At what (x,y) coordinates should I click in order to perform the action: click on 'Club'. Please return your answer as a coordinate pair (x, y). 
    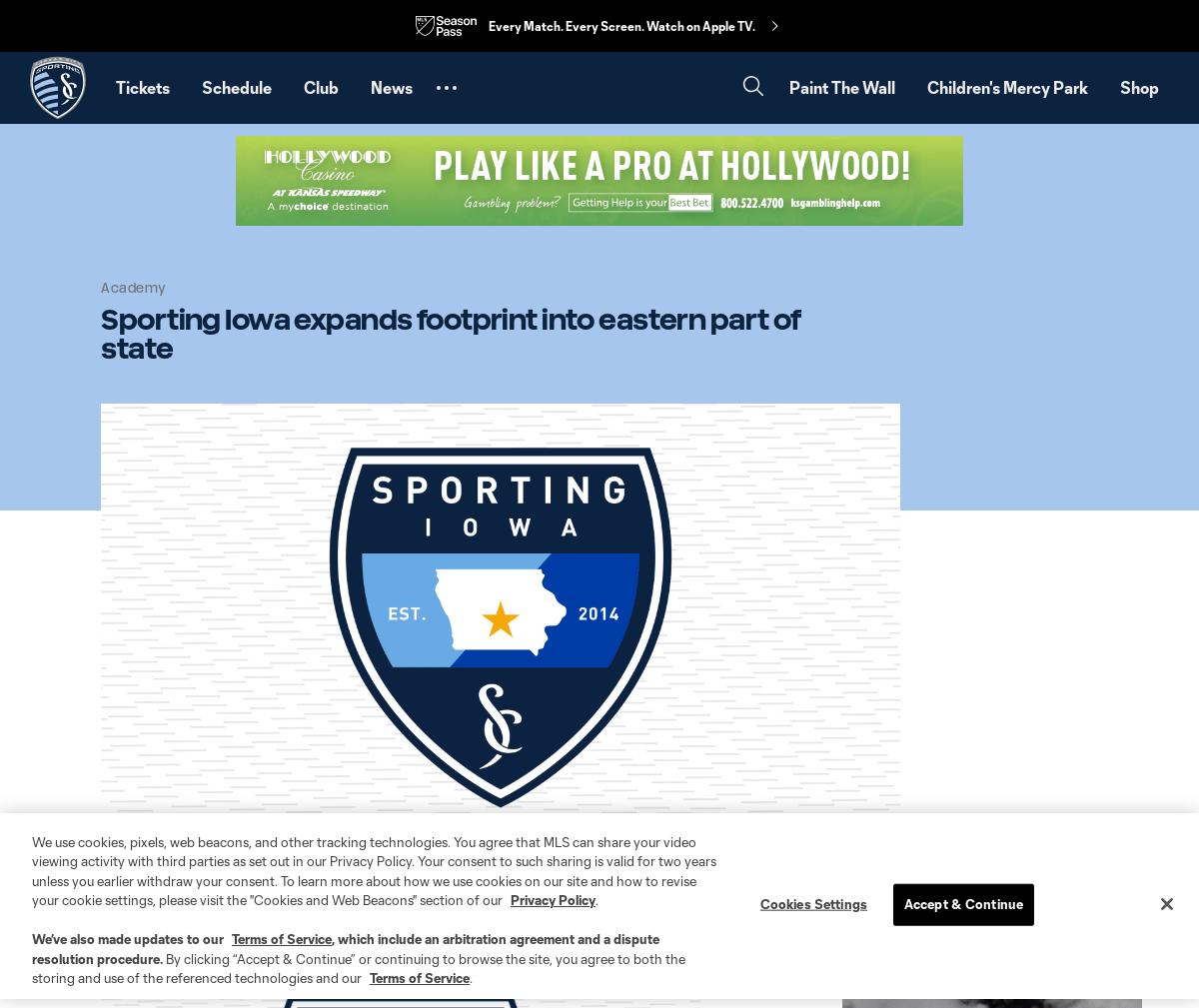
    Looking at the image, I should click on (321, 86).